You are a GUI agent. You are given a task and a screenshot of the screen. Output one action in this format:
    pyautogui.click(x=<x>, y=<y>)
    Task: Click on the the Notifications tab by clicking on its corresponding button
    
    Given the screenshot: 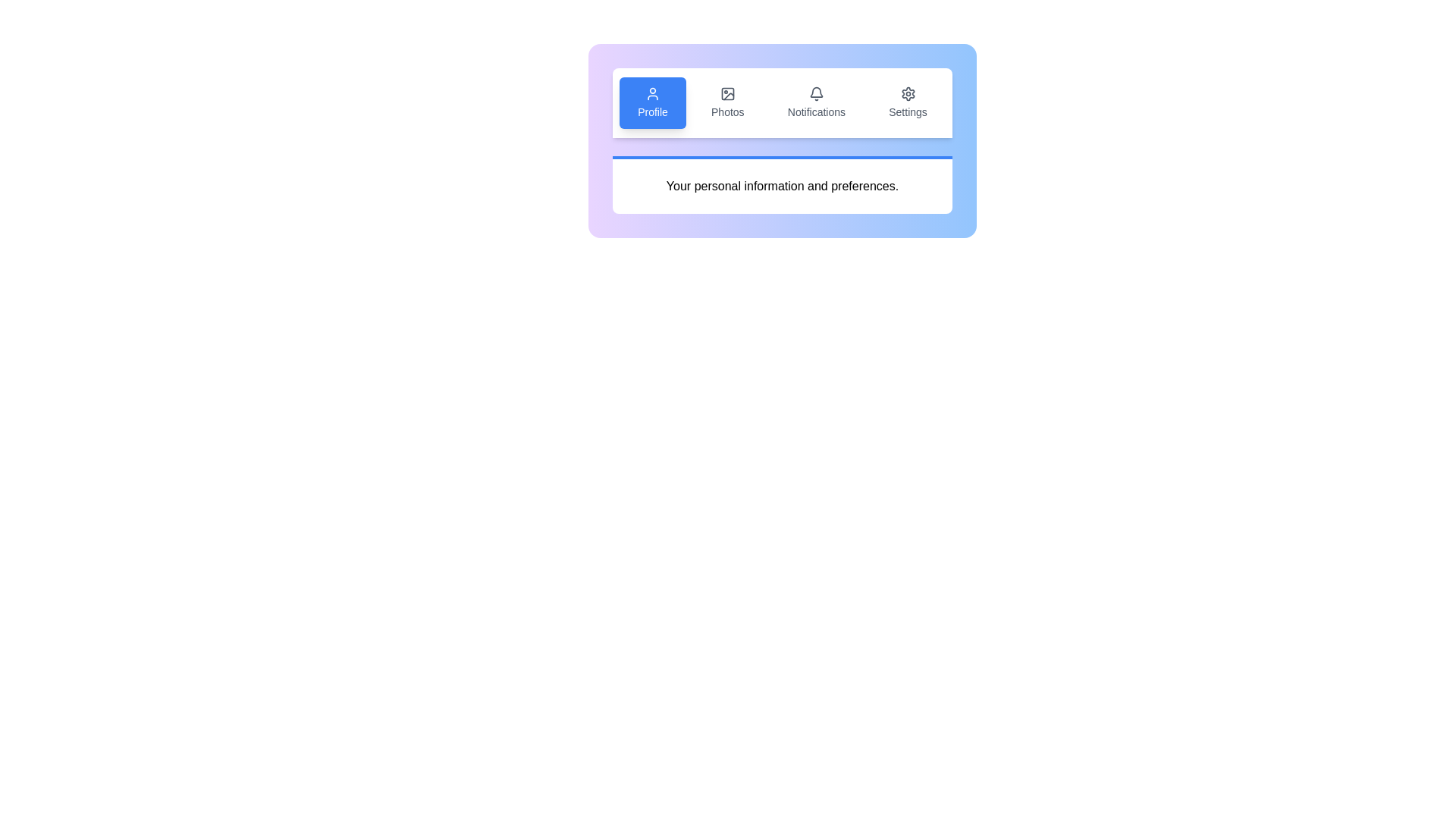 What is the action you would take?
    pyautogui.click(x=815, y=102)
    